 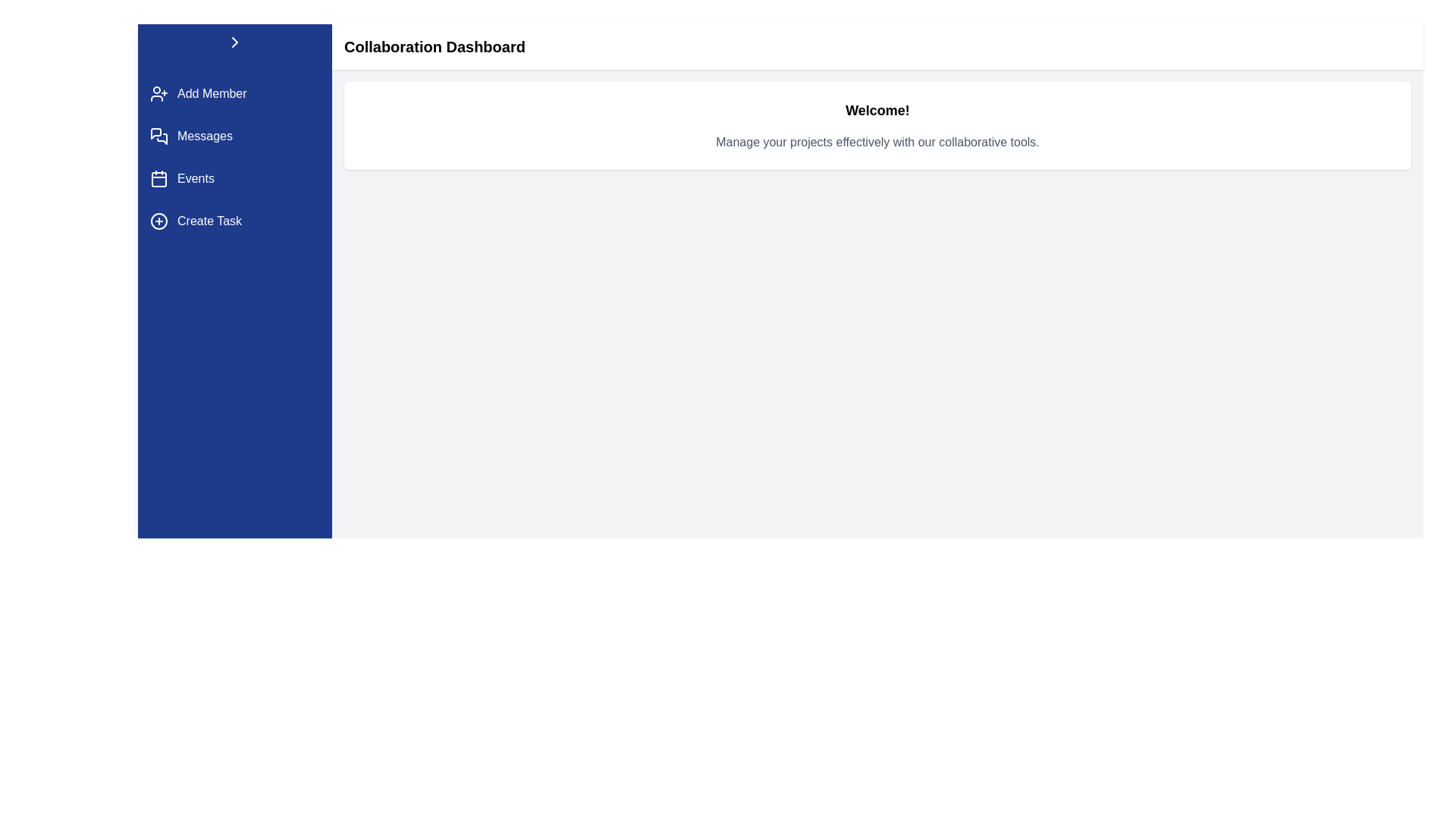 What do you see at coordinates (234, 221) in the screenshot?
I see `the 'Create Task' button located on the blue sidebar, which features a circular icon with a plus symbol and is the fourth entry in the vertical list of menu options` at bounding box center [234, 221].